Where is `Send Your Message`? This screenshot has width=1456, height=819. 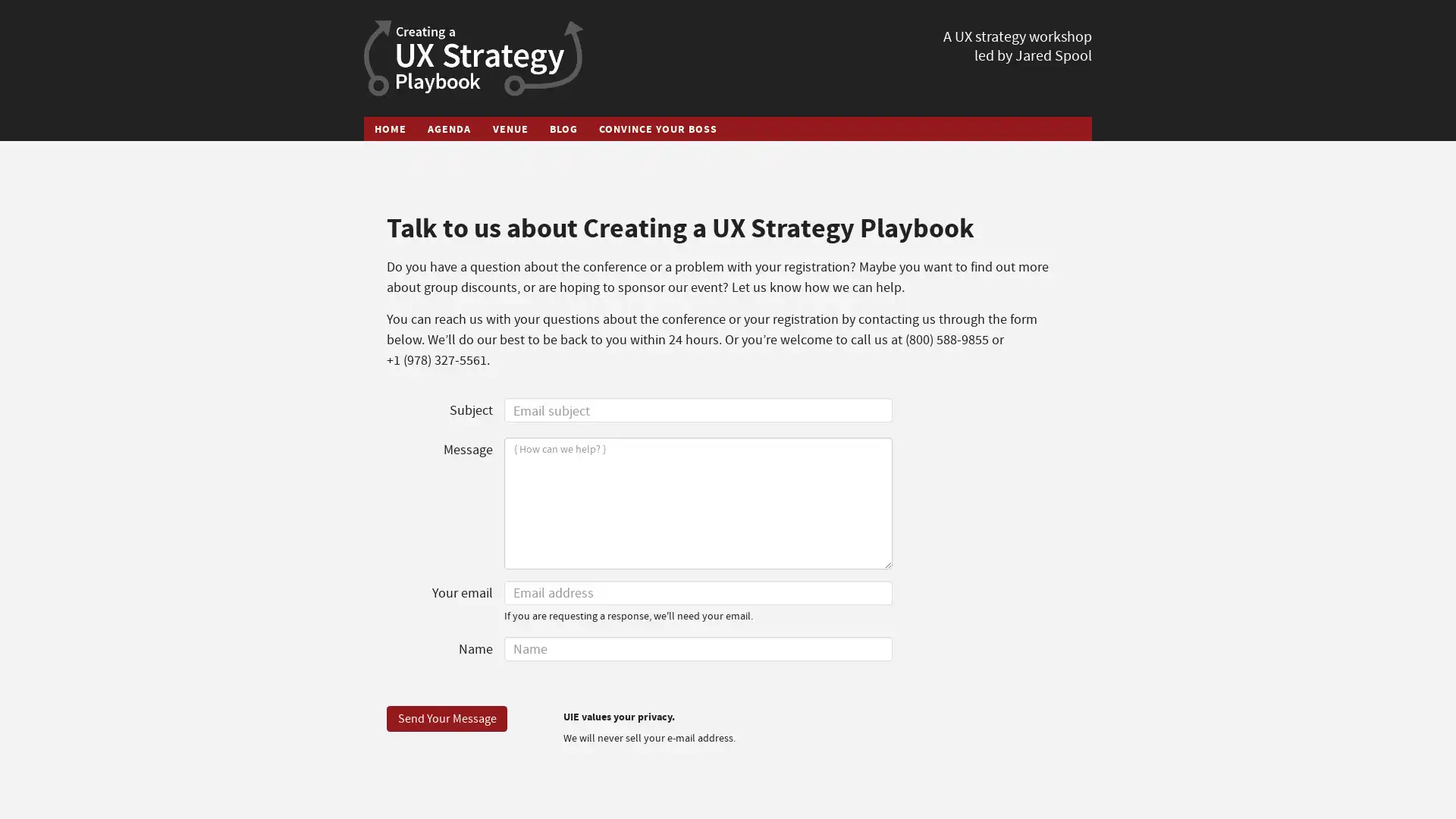 Send Your Message is located at coordinates (447, 768).